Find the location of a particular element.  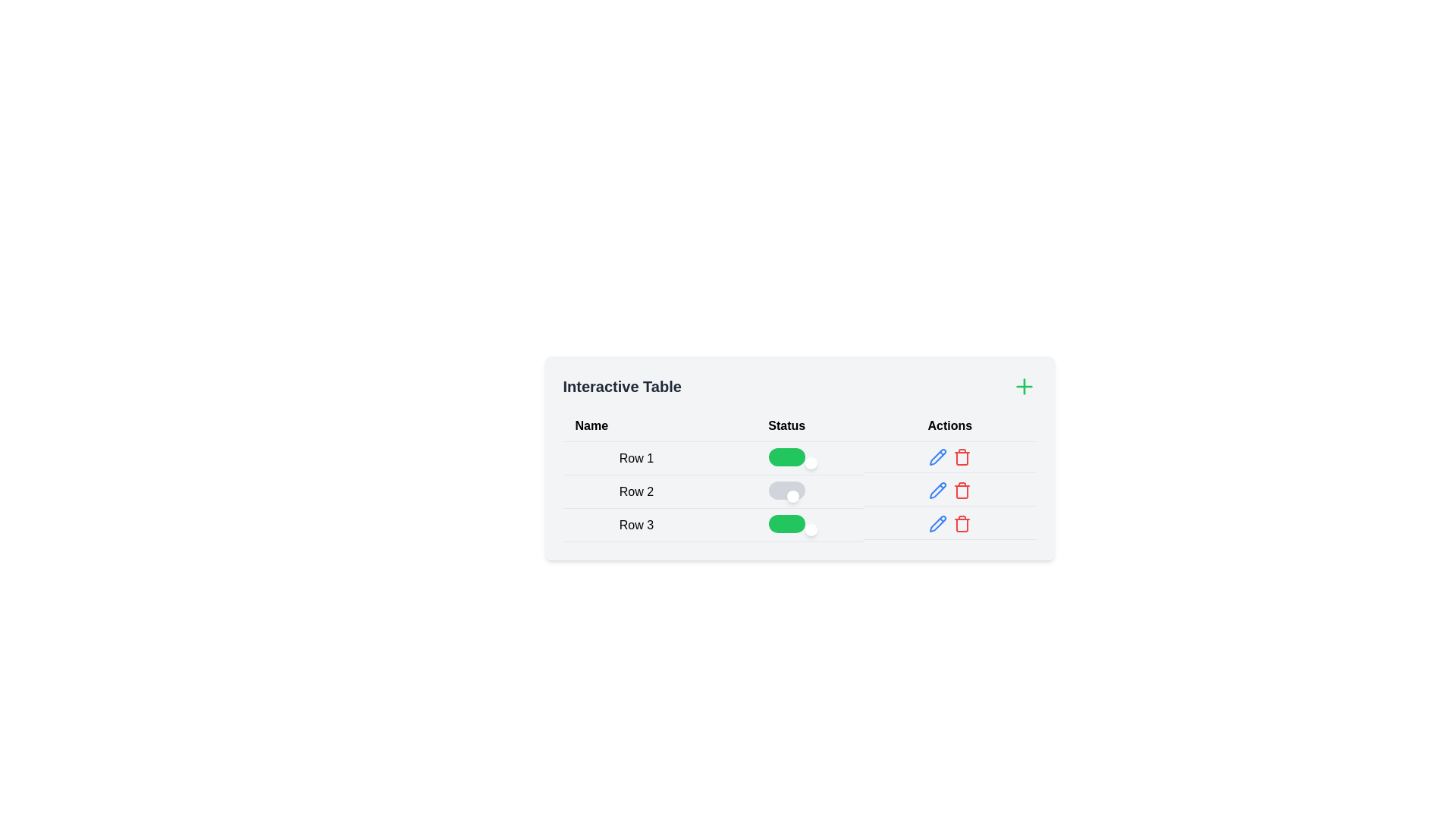

the circular white toggle knob located in the second row under the 'Status' column is located at coordinates (792, 497).